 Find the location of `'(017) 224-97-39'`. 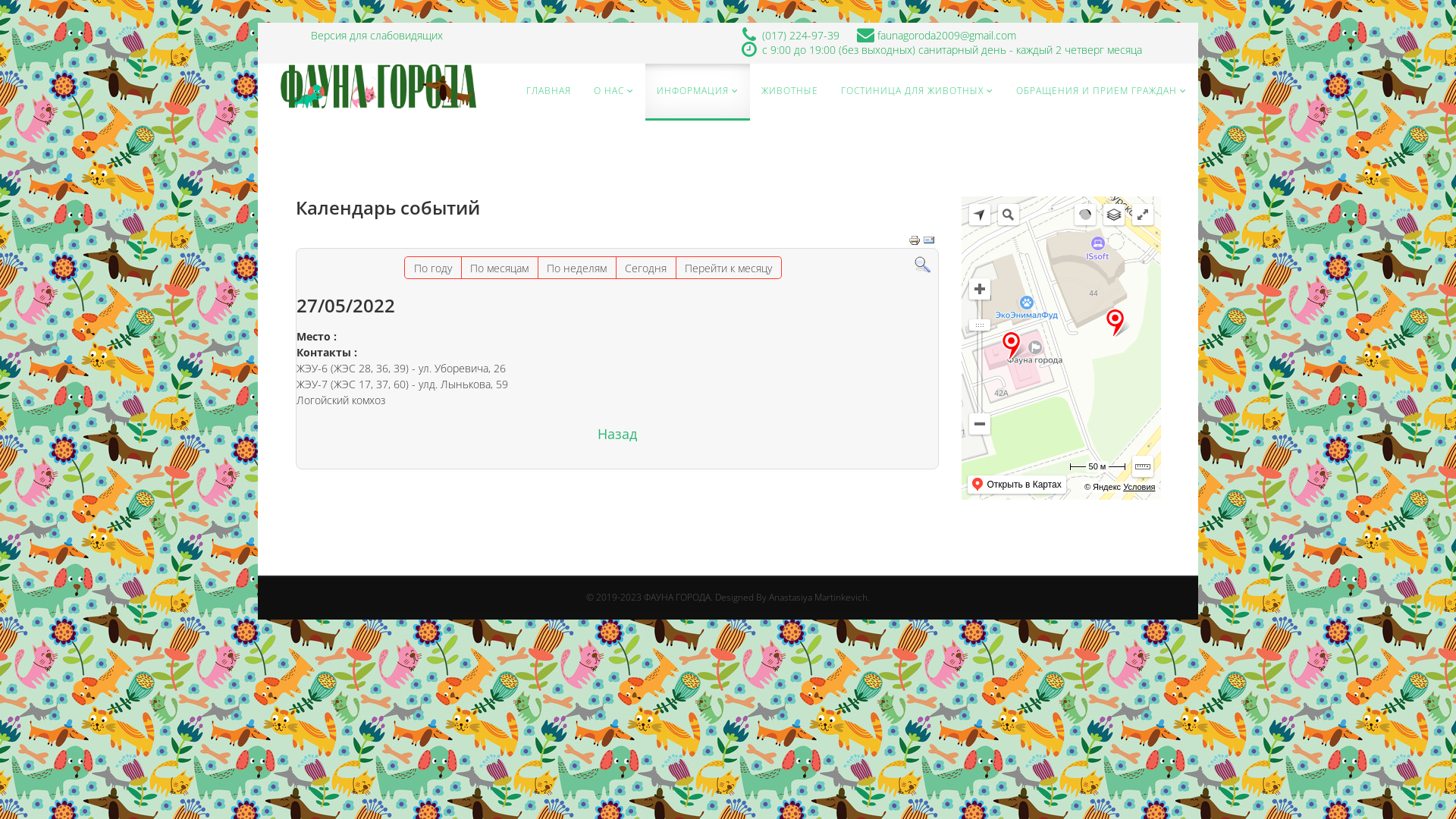

'(017) 224-97-39' is located at coordinates (800, 34).